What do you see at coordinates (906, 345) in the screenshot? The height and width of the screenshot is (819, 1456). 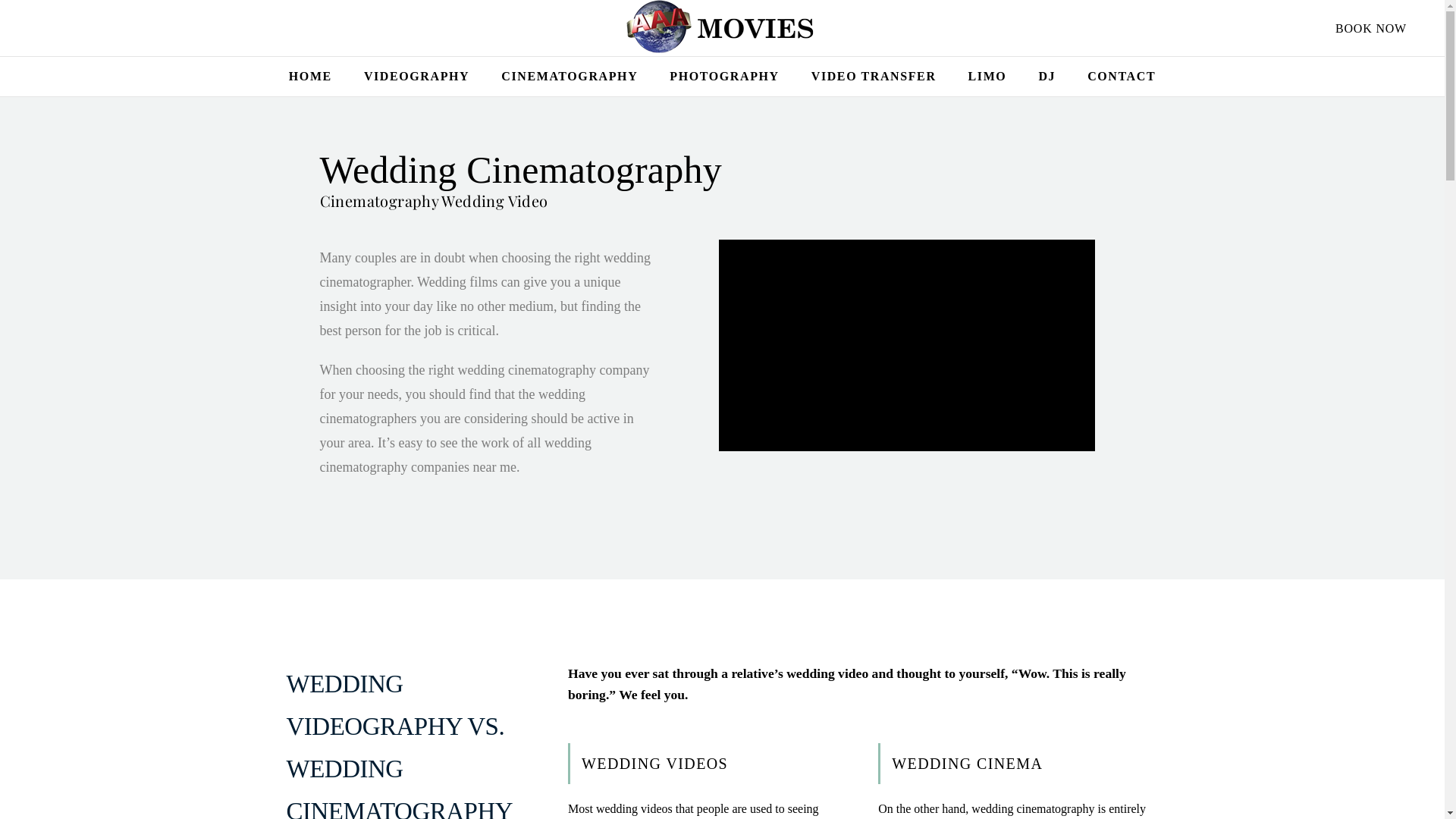 I see `'vimeo Video Player'` at bounding box center [906, 345].